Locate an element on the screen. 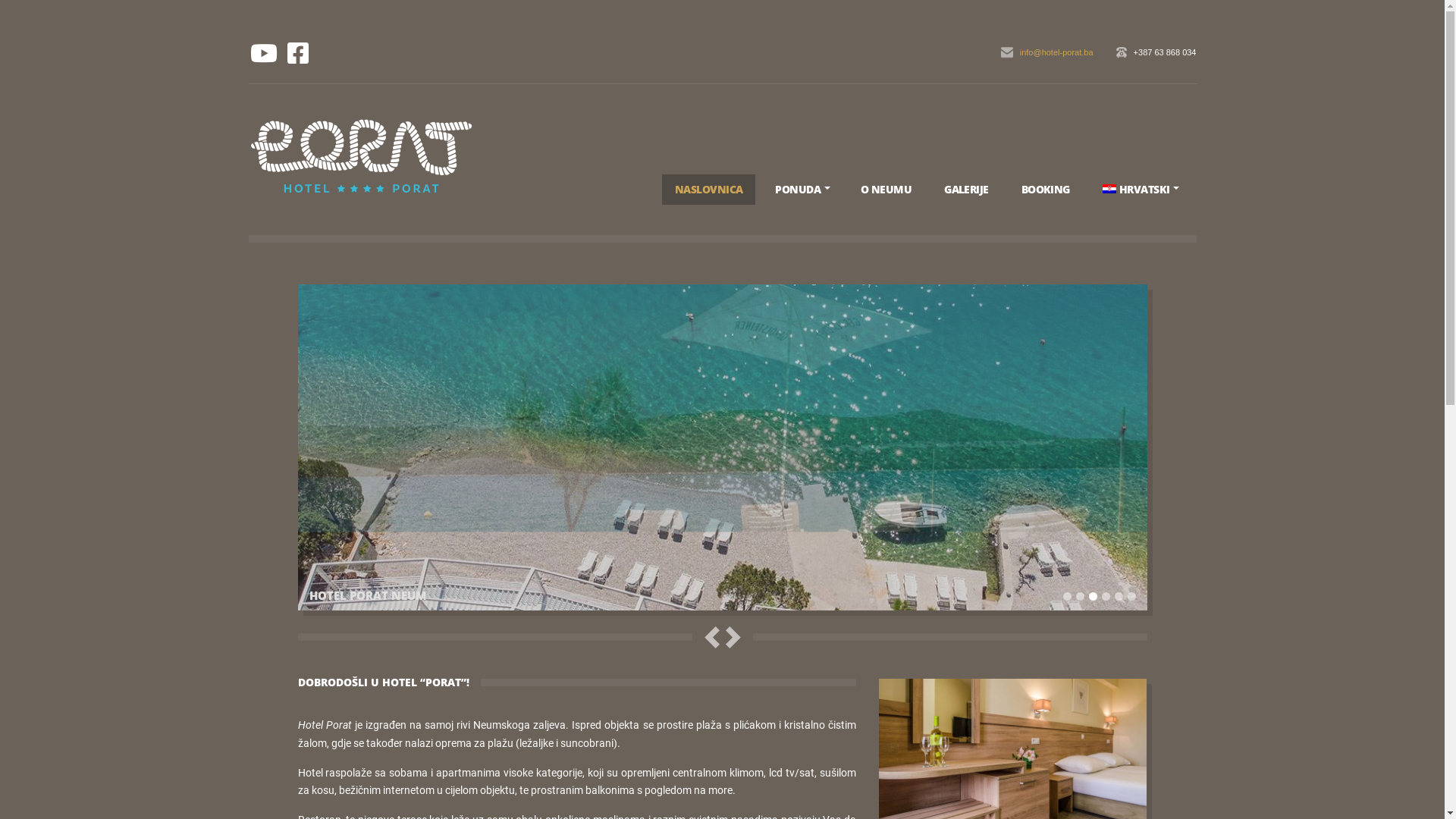 This screenshot has width=1456, height=819. 'HRVATSKI' is located at coordinates (1140, 189).